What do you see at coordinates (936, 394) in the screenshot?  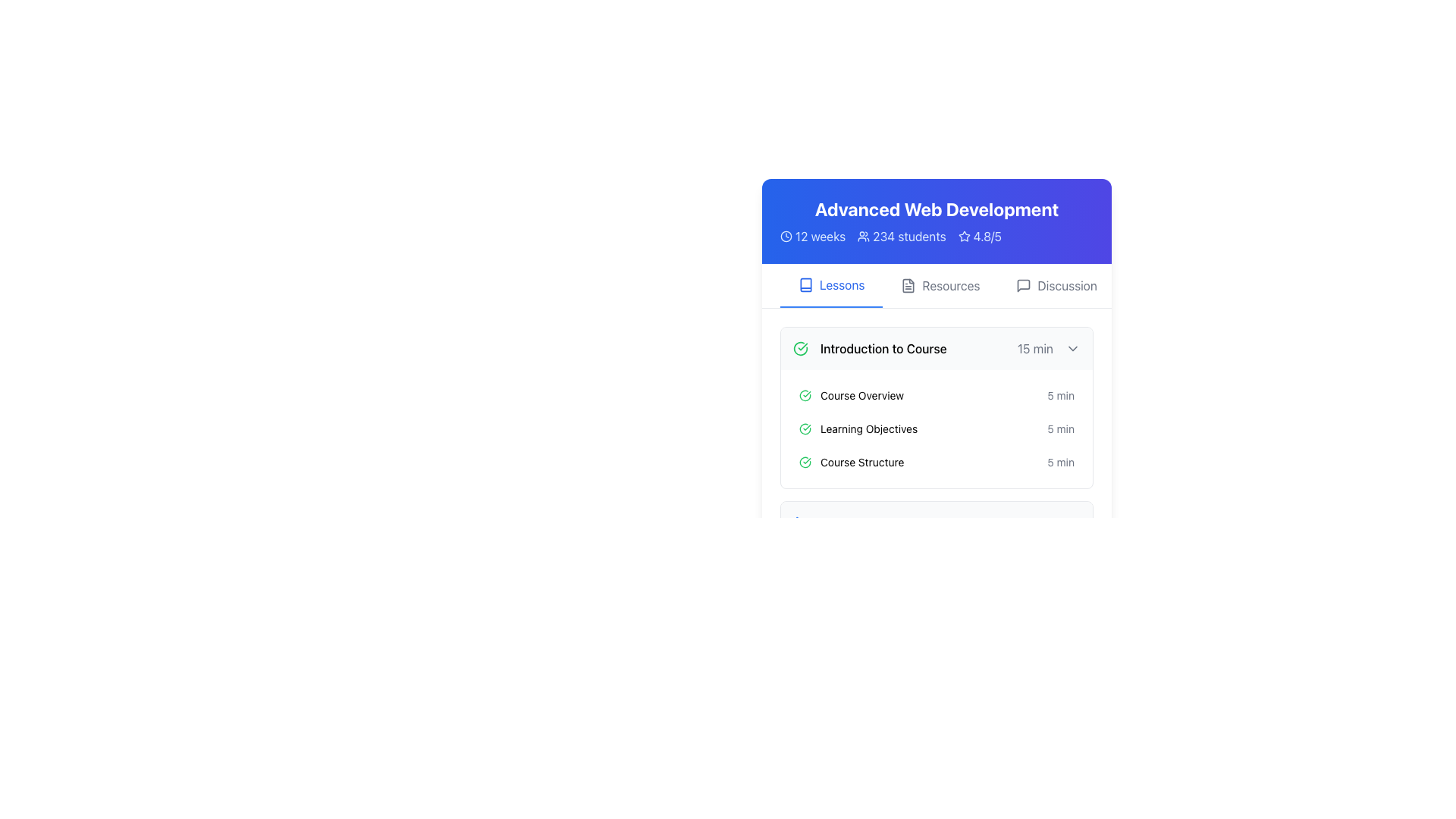 I see `the first item in the vertical list of course sections within the 'Introduction to Course' section of the course navigation menu` at bounding box center [936, 394].